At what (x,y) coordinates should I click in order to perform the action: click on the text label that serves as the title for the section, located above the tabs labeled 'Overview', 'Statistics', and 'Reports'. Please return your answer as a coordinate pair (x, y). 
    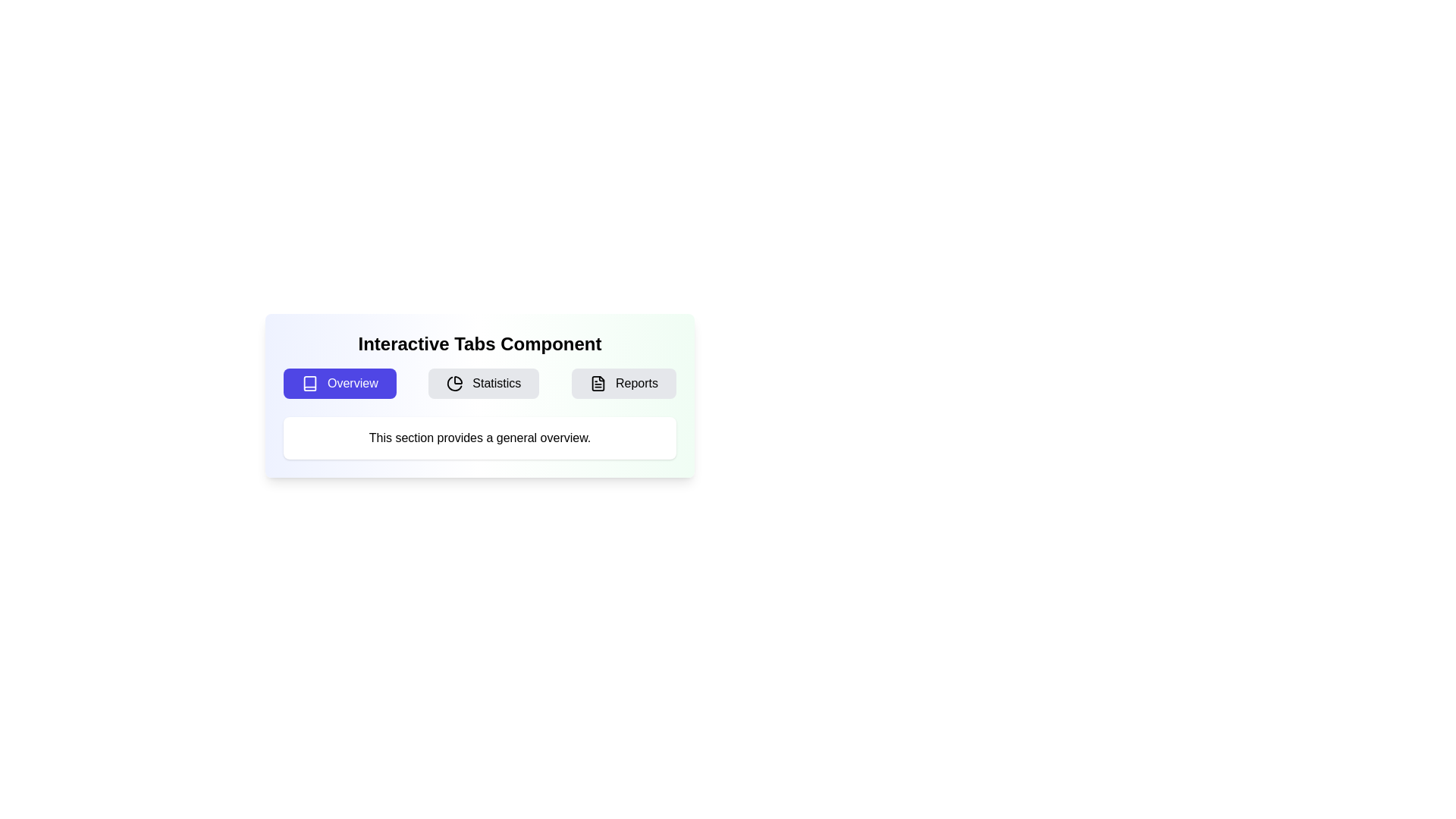
    Looking at the image, I should click on (479, 344).